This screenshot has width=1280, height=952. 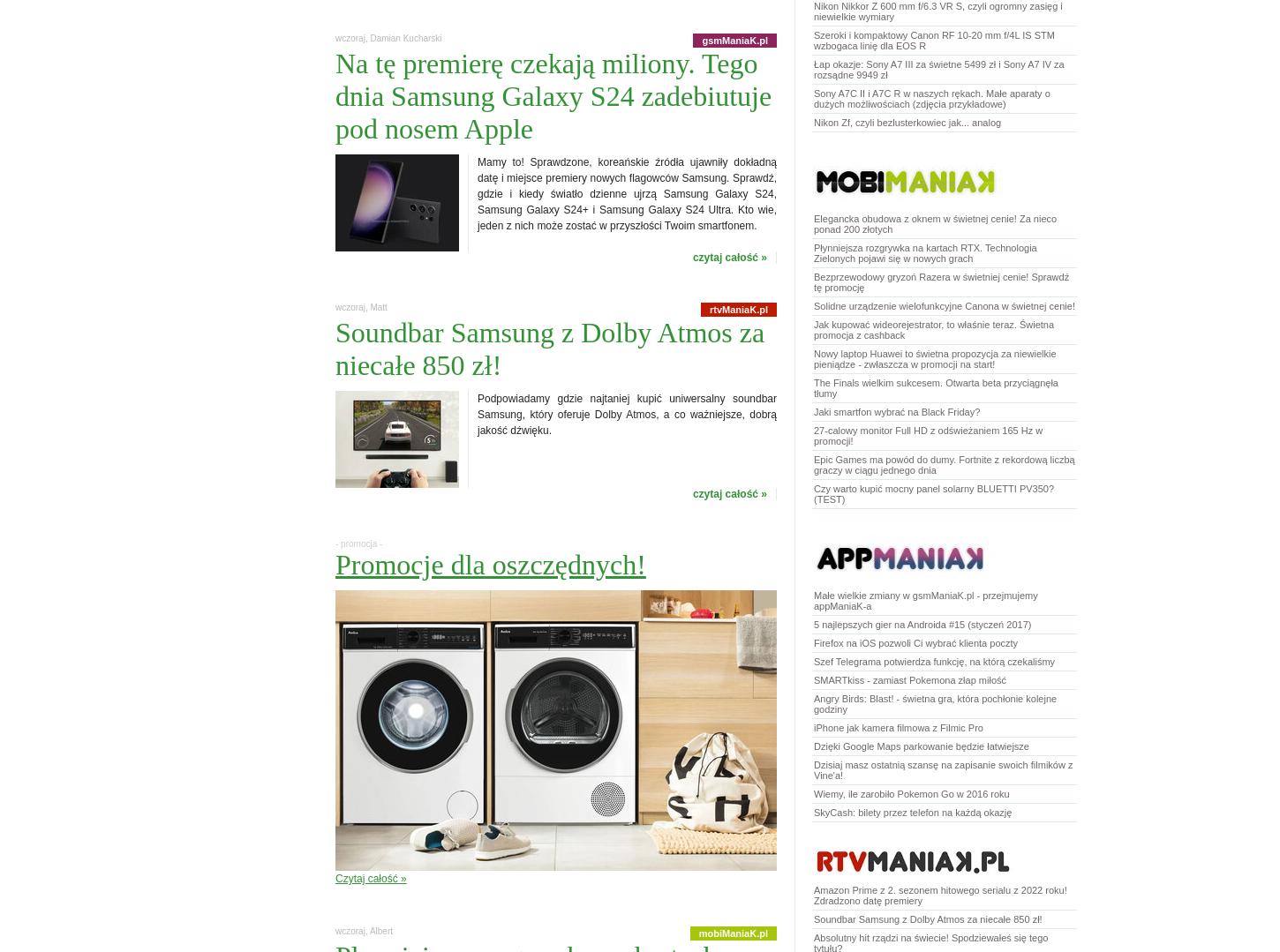 What do you see at coordinates (934, 39) in the screenshot?
I see `'Szeroki i kompaktowy Canon RF 10-20 mm f/4L IS STM wzbogaca linię dla EOS R'` at bounding box center [934, 39].